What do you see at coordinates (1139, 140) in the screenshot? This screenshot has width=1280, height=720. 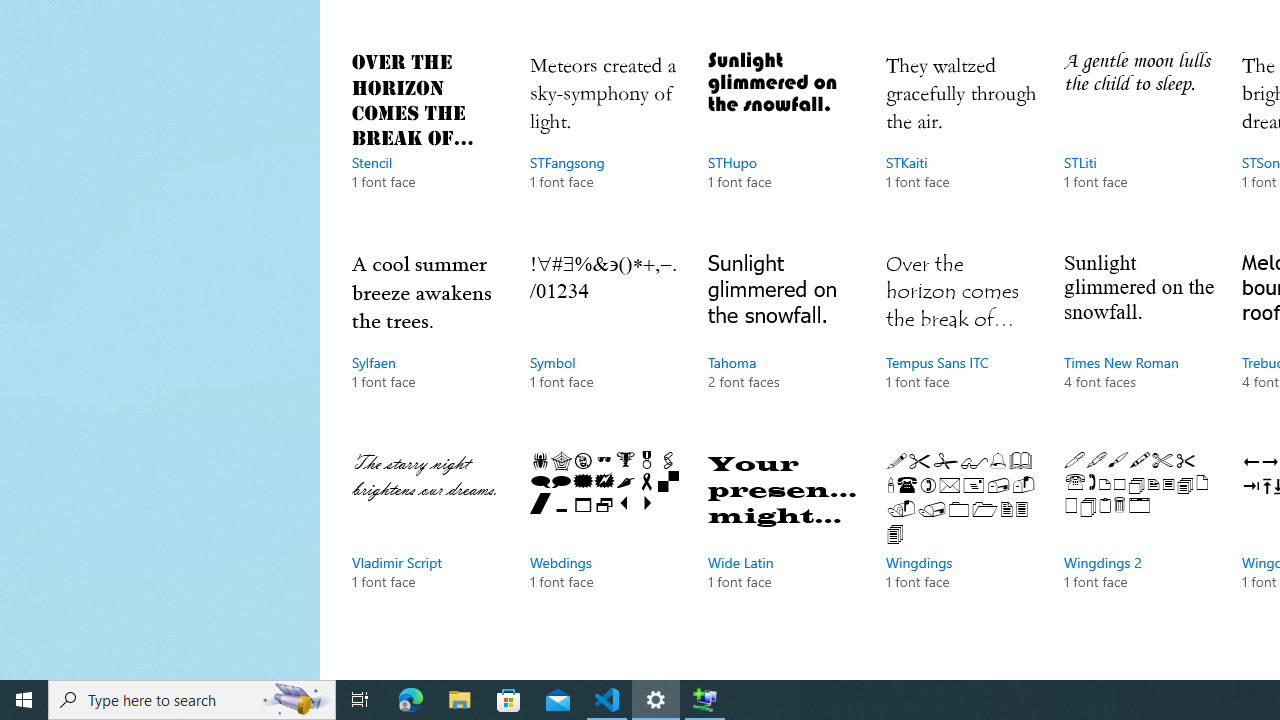 I see `'STLiti, 1 font face'` at bounding box center [1139, 140].